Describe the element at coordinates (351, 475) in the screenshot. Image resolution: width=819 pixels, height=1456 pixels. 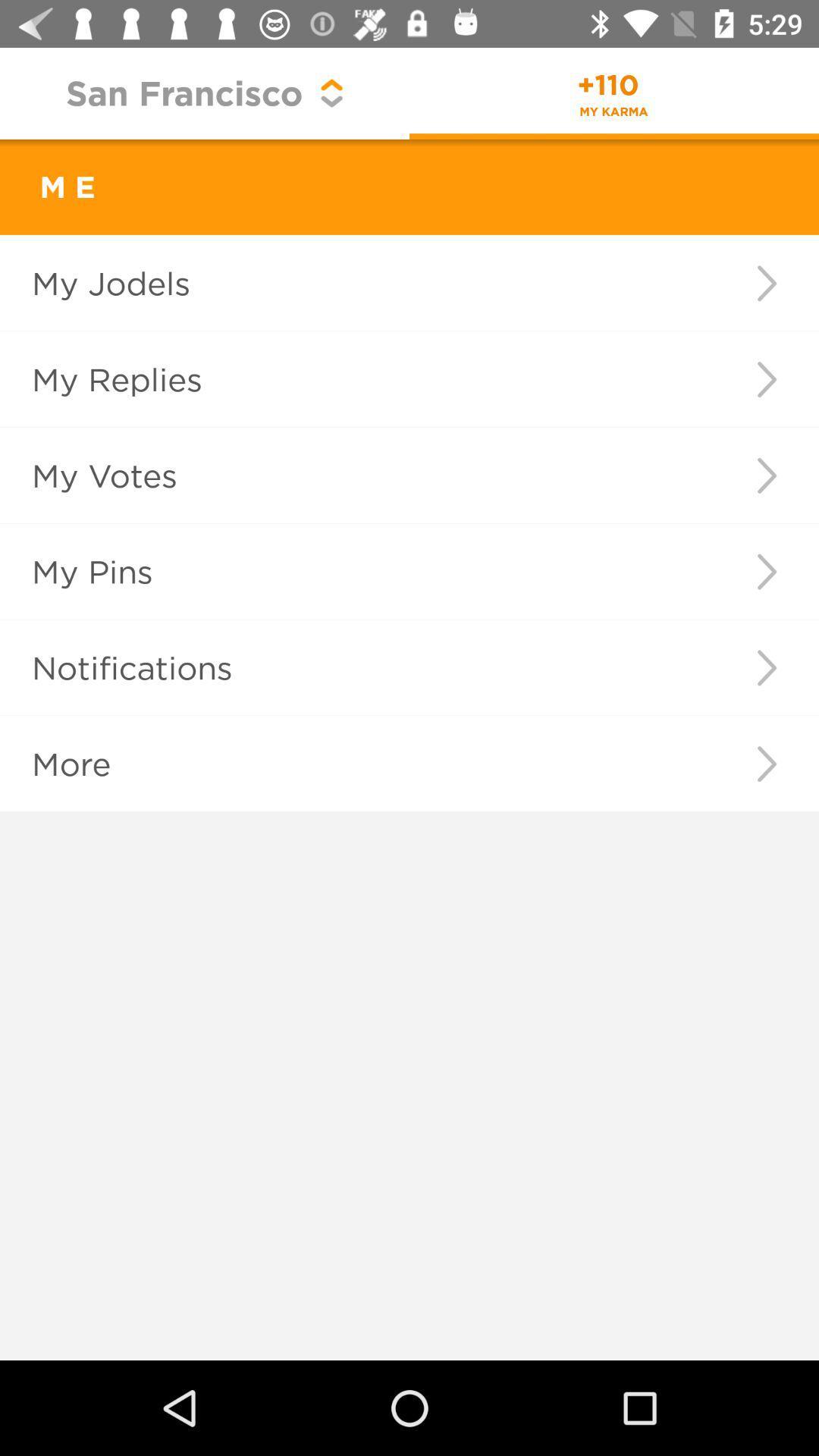
I see `the icon below my replies` at that location.